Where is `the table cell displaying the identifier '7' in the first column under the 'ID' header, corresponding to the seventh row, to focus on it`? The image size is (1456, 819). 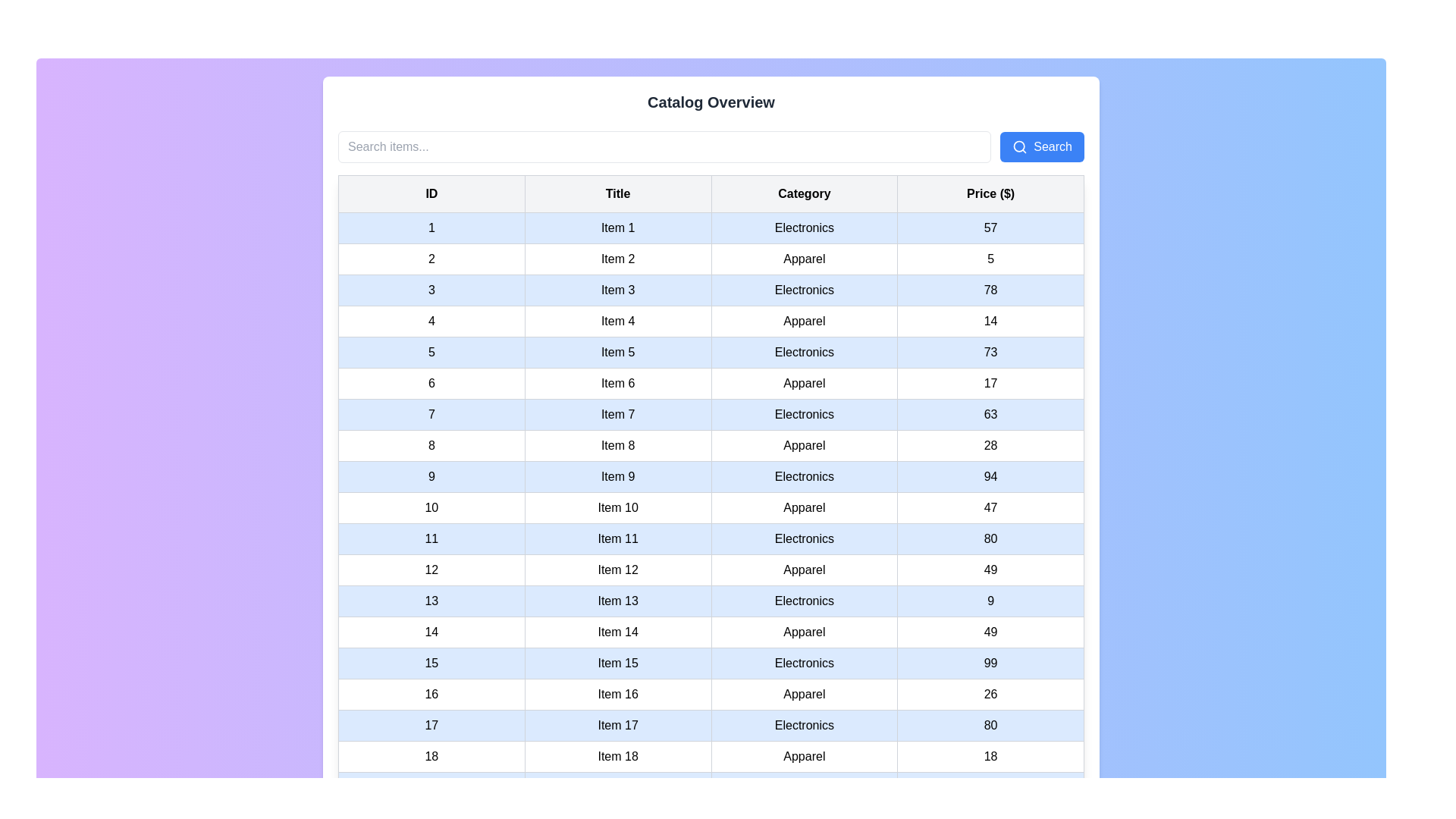
the table cell displaying the identifier '7' in the first column under the 'ID' header, corresponding to the seventh row, to focus on it is located at coordinates (431, 415).